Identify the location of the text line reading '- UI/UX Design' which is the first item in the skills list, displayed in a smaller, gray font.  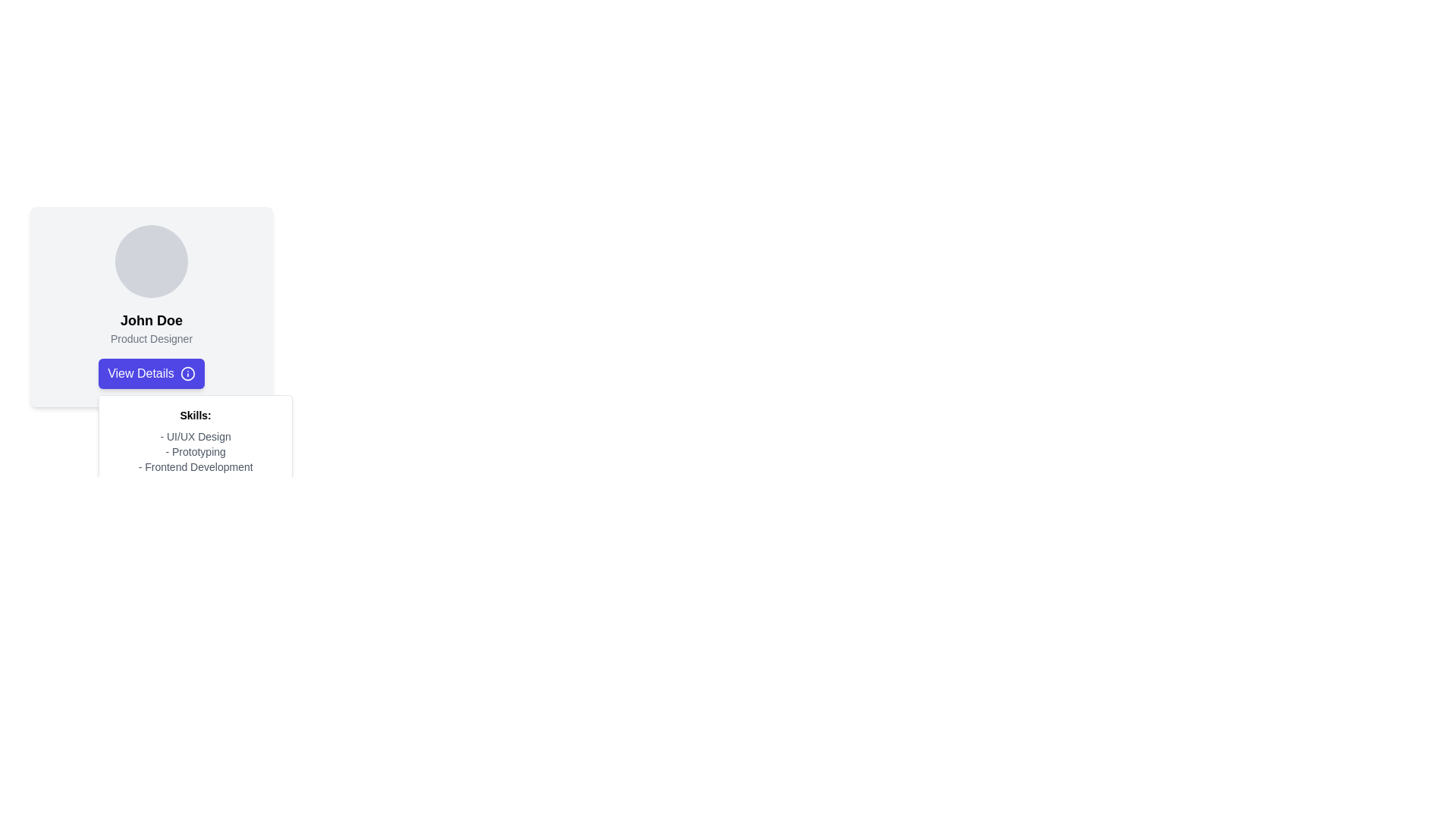
(195, 436).